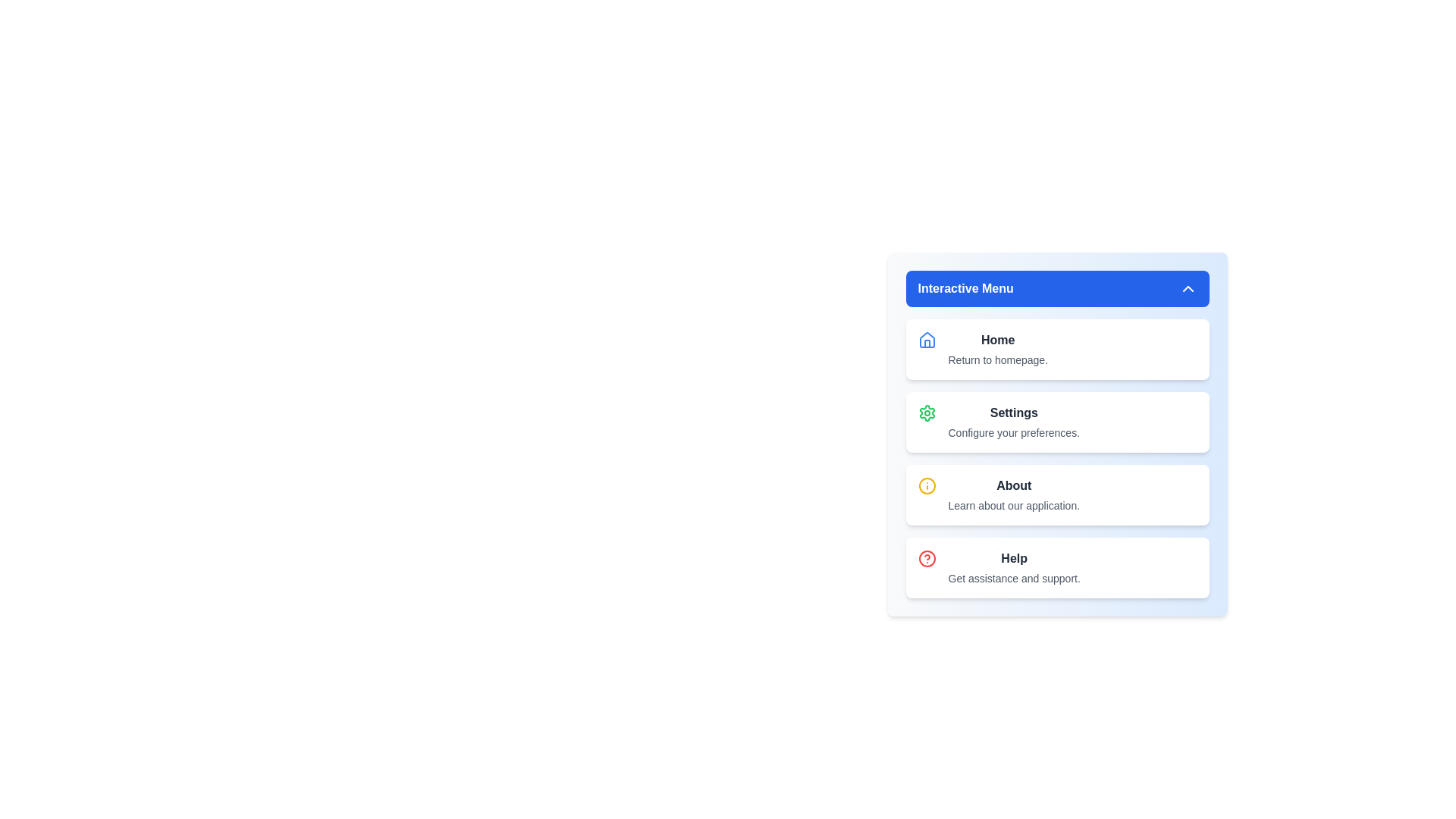  What do you see at coordinates (926, 339) in the screenshot?
I see `the 'Home' icon in the interactive menu` at bounding box center [926, 339].